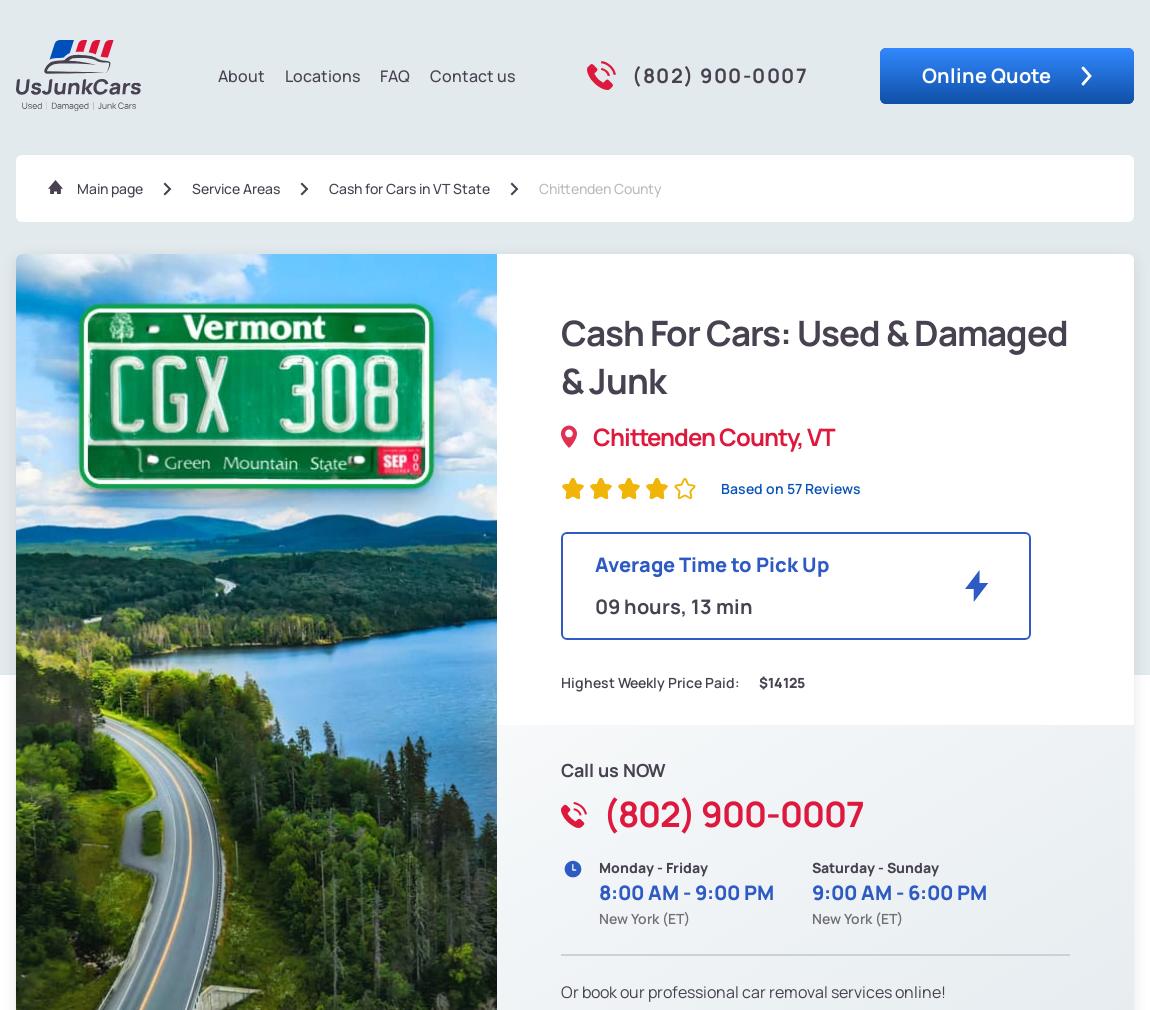  What do you see at coordinates (329, 187) in the screenshot?
I see `'Сash for Cars in
                                                                                                VT State'` at bounding box center [329, 187].